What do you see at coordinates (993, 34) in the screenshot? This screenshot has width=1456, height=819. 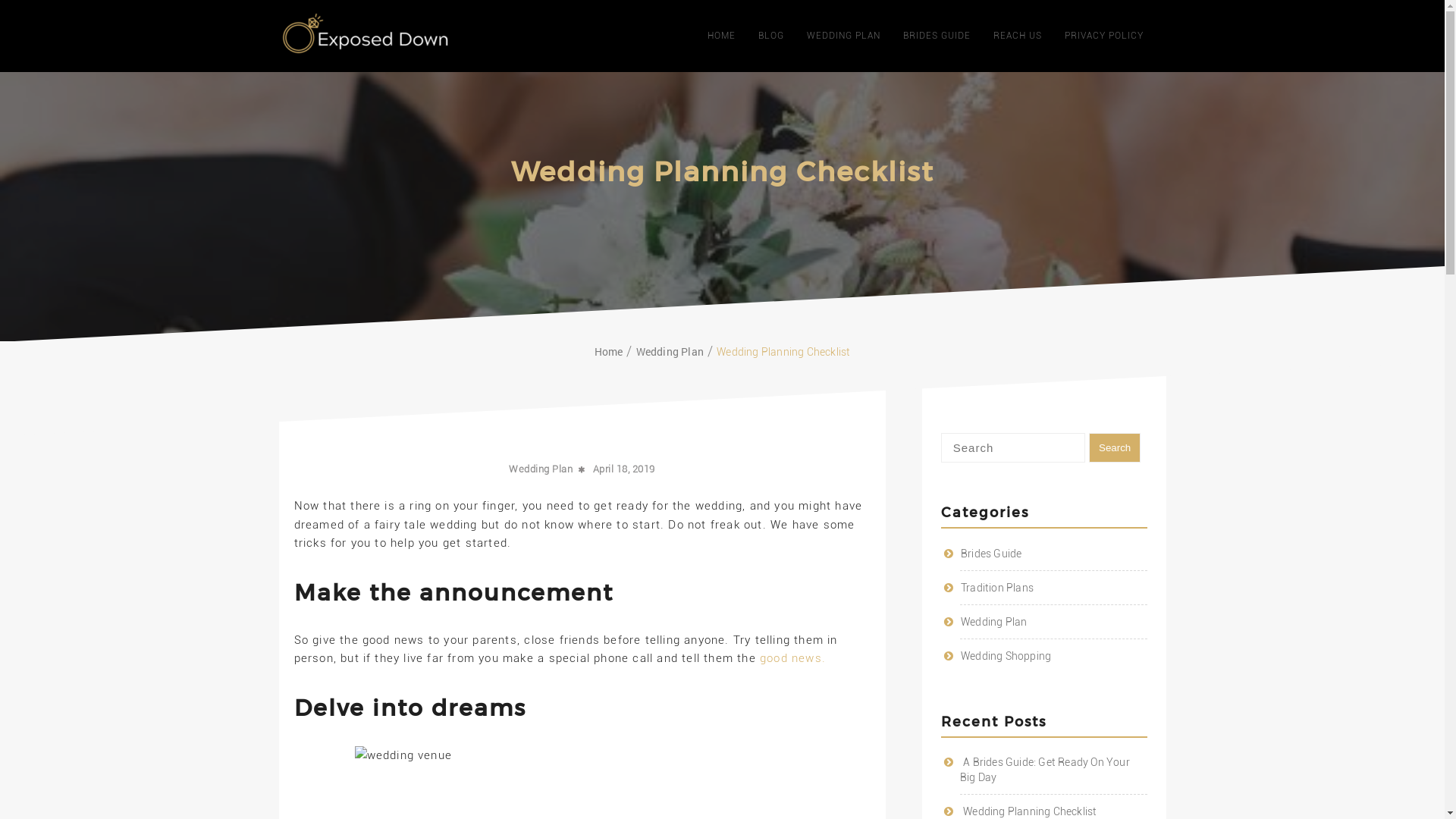 I see `'REACH US'` at bounding box center [993, 34].